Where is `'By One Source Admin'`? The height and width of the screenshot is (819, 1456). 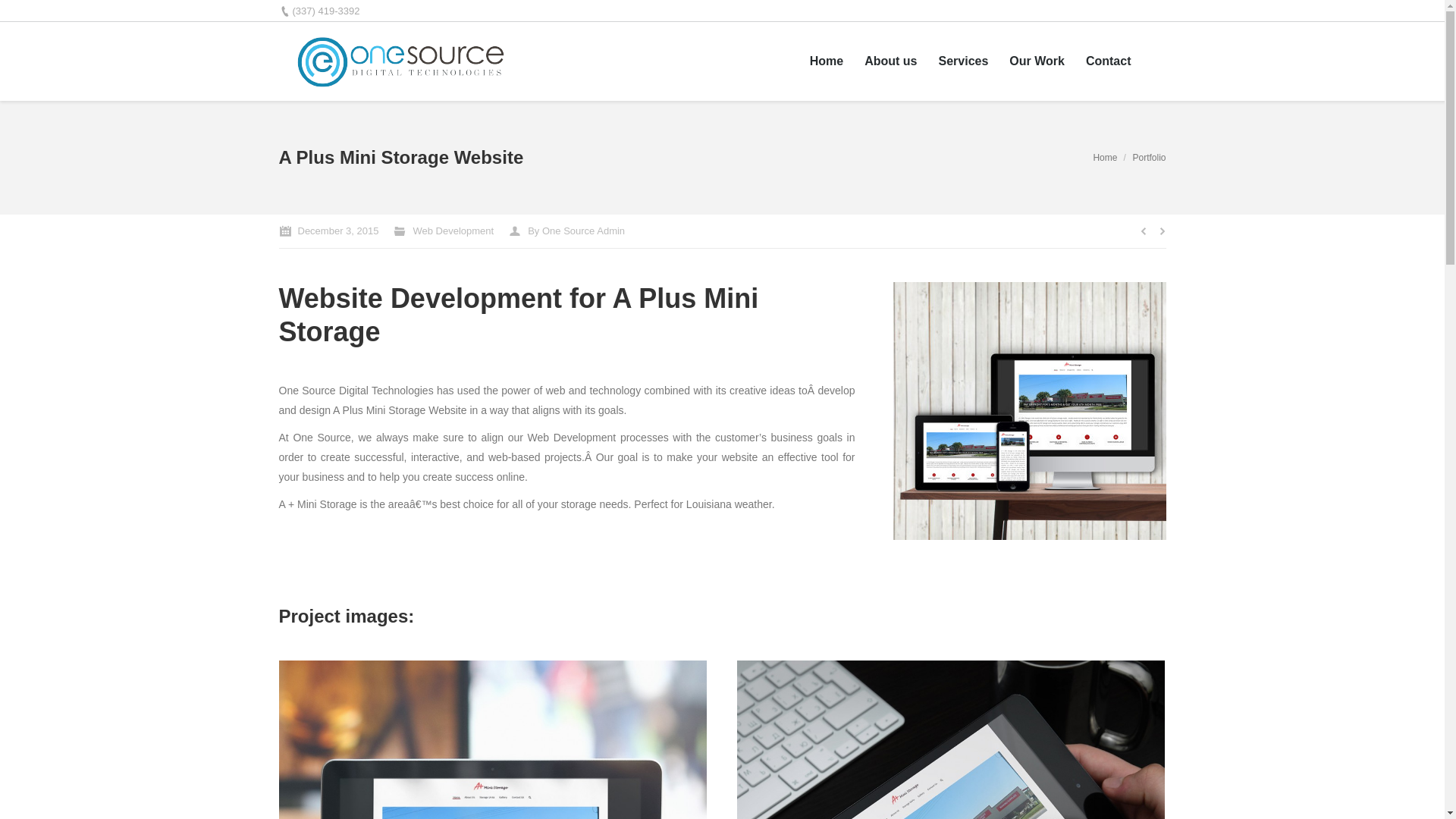 'By One Source Admin' is located at coordinates (566, 231).